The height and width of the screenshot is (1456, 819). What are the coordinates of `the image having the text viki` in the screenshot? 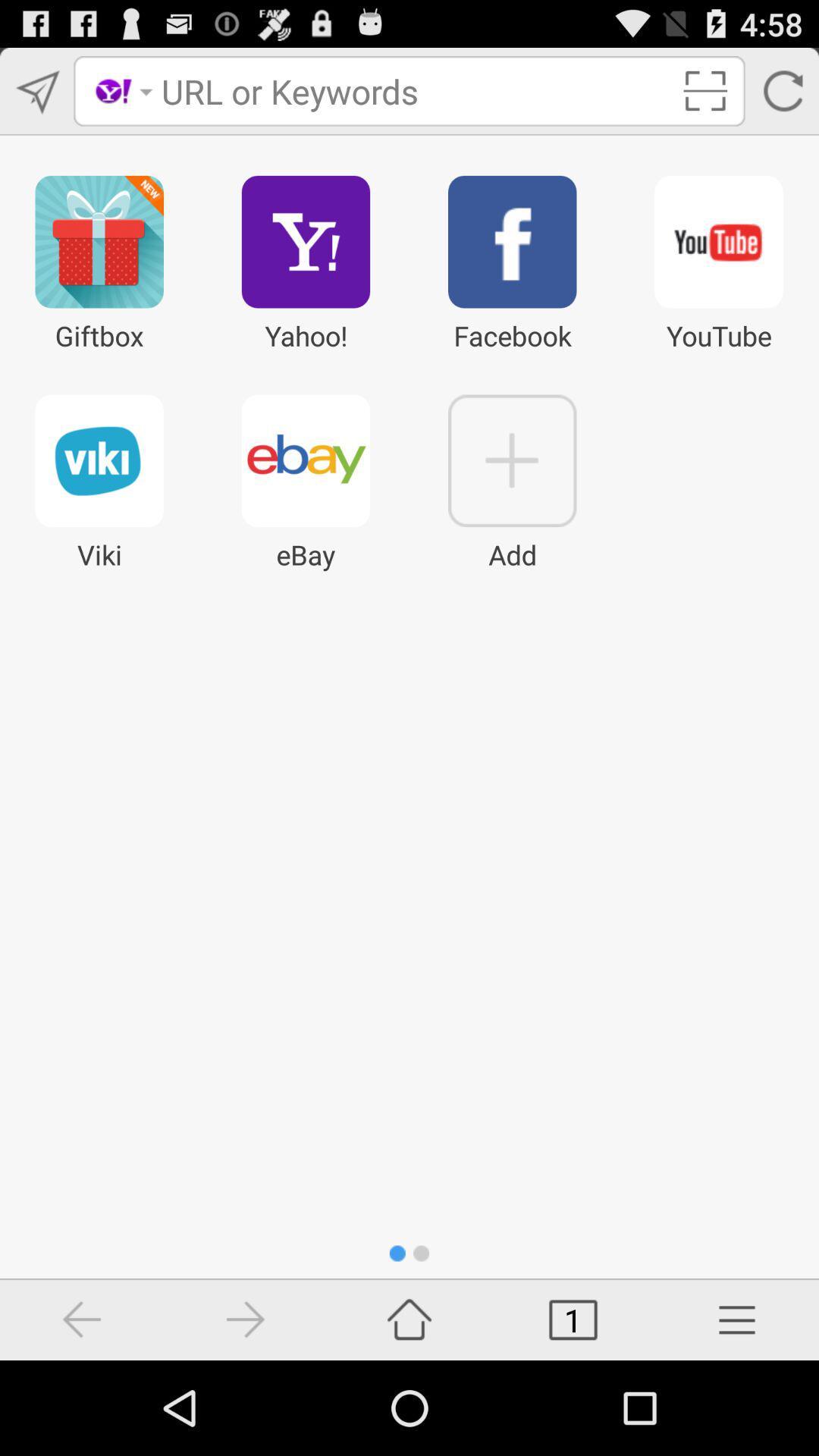 It's located at (99, 460).